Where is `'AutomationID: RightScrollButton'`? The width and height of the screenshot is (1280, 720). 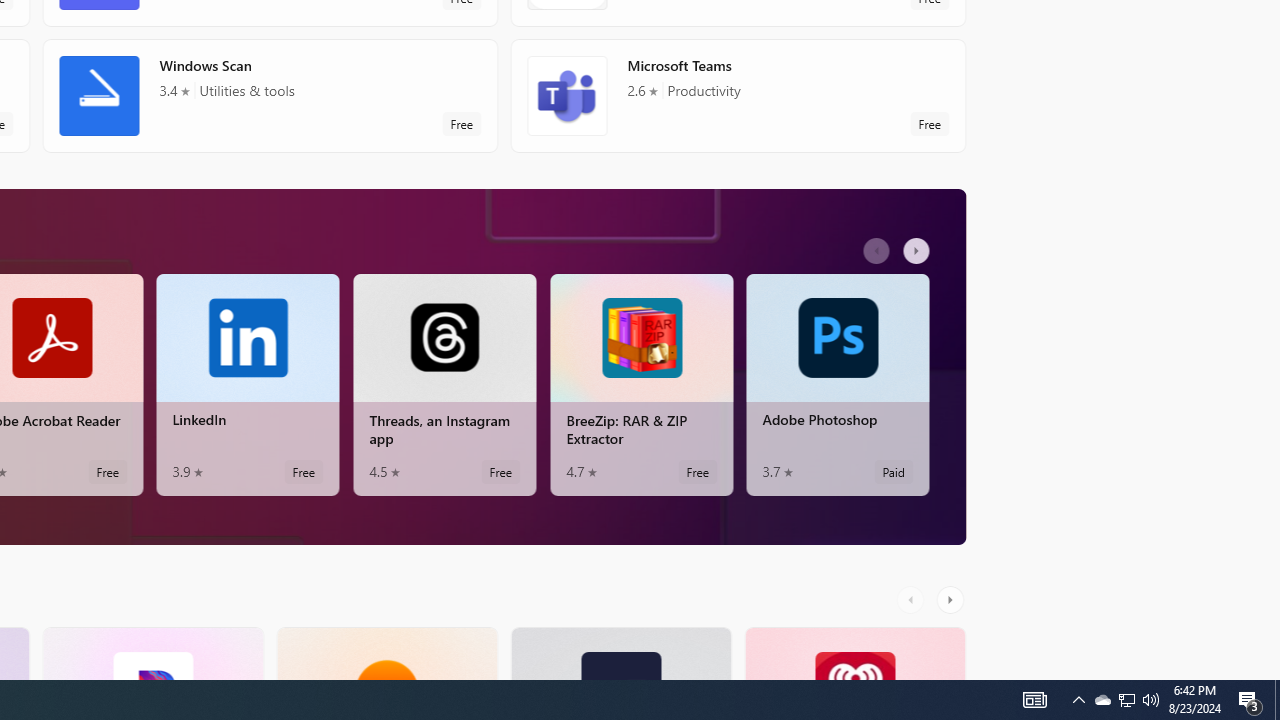 'AutomationID: RightScrollButton' is located at coordinates (951, 598).